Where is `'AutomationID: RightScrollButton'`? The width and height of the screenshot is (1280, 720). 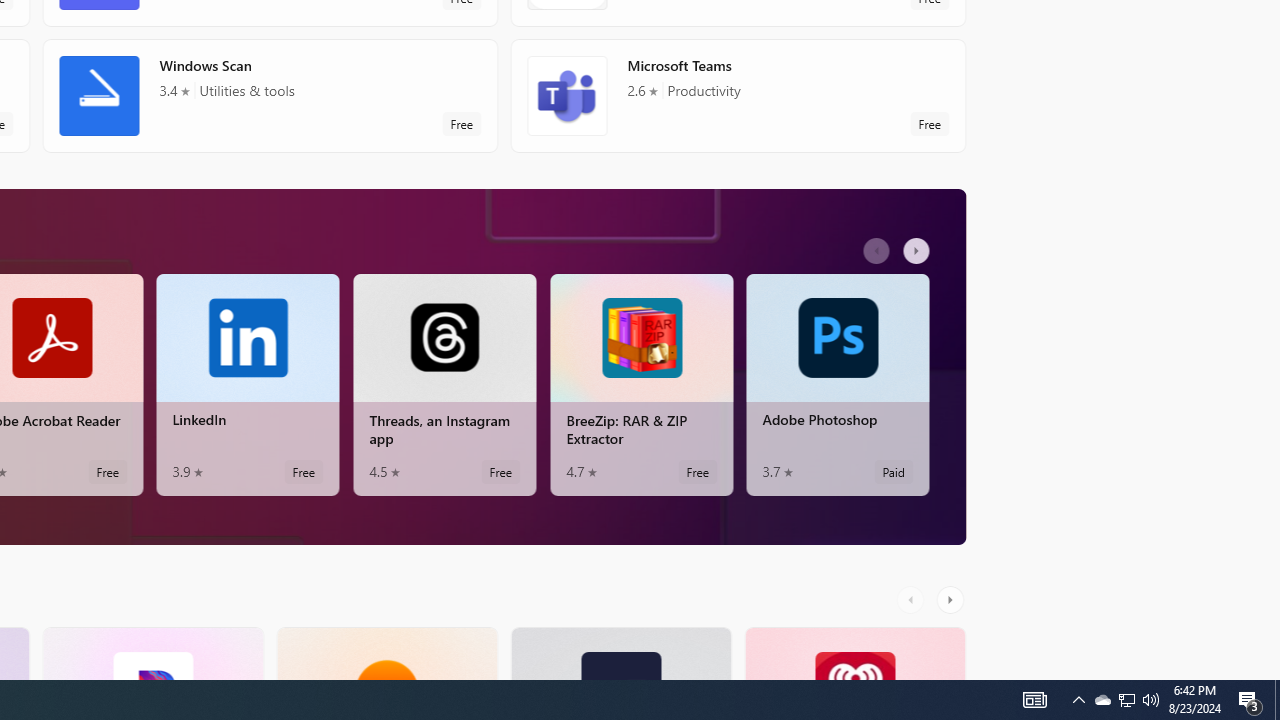 'AutomationID: RightScrollButton' is located at coordinates (951, 598).